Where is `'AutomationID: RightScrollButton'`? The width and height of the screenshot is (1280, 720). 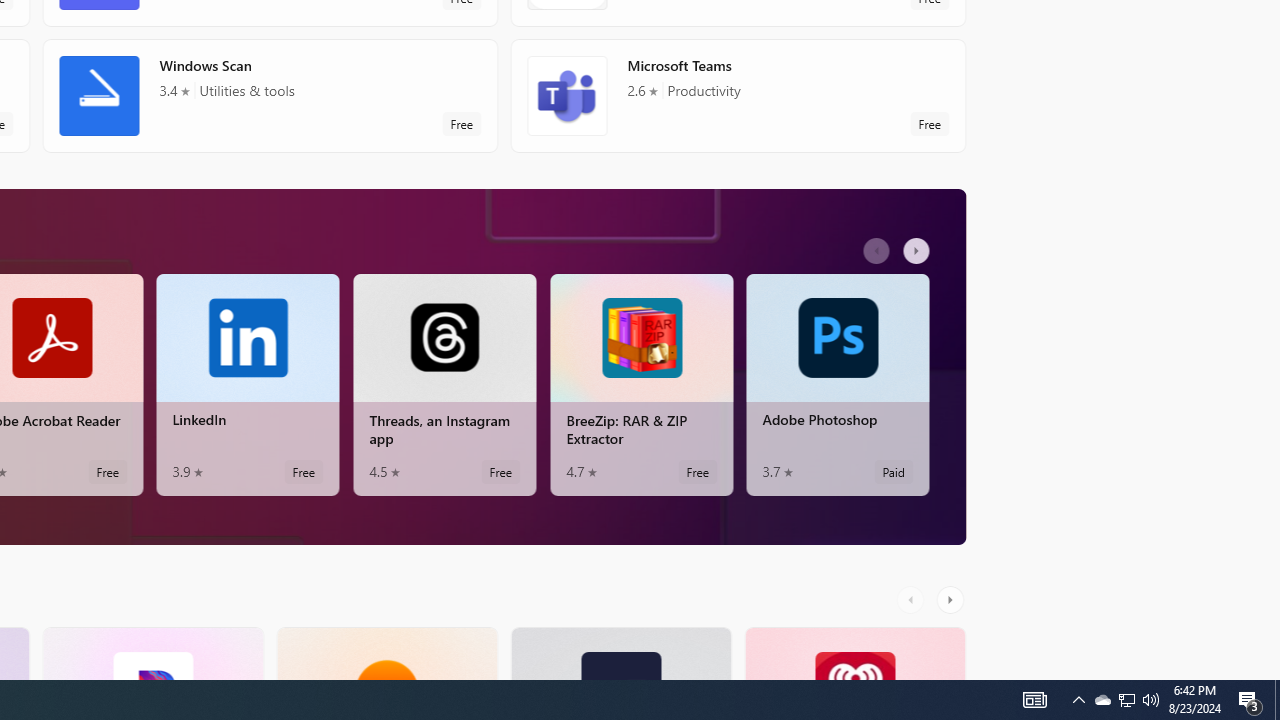 'AutomationID: RightScrollButton' is located at coordinates (951, 598).